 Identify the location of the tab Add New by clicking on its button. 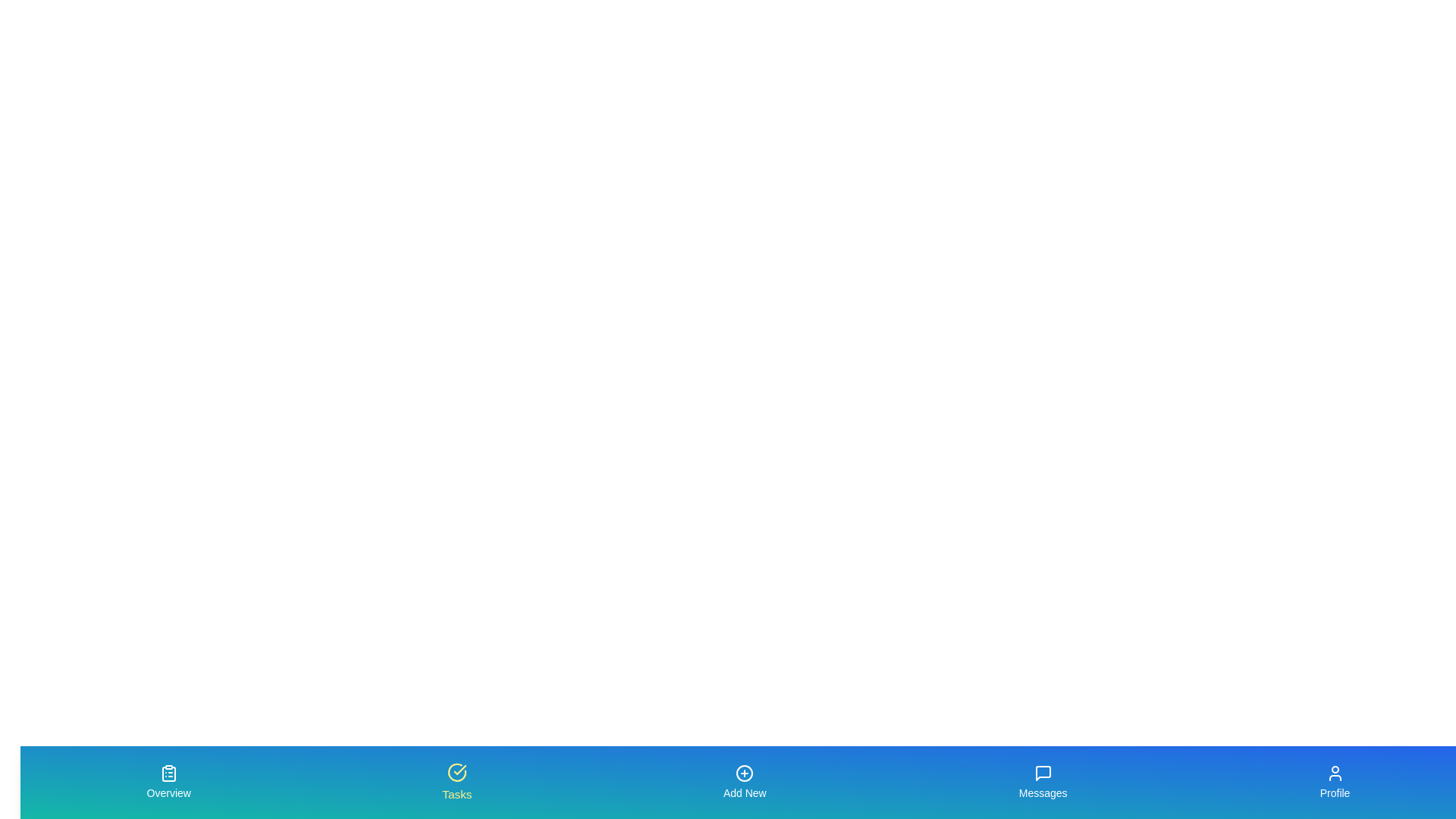
(745, 783).